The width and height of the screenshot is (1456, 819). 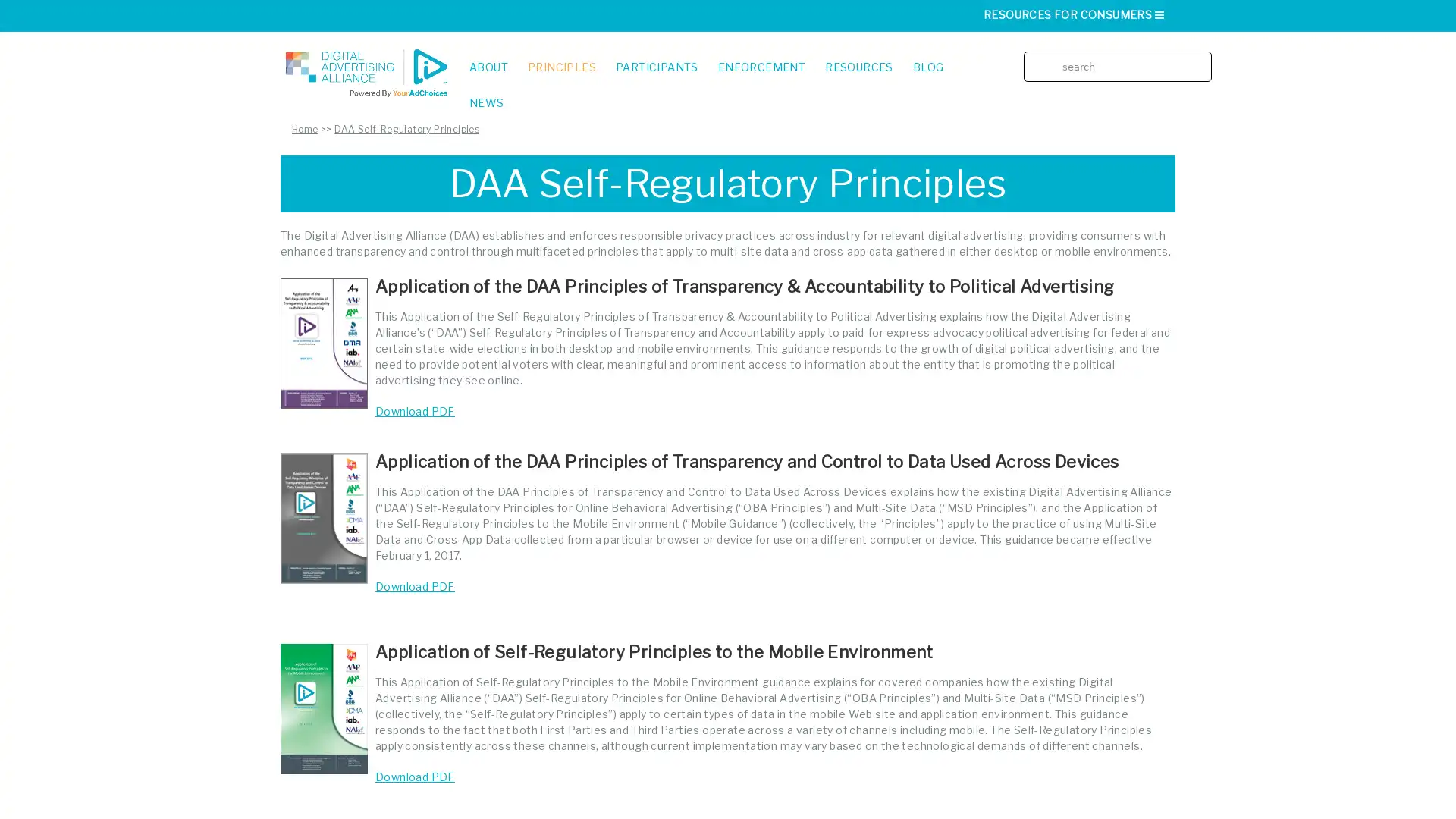 What do you see at coordinates (1074, 14) in the screenshot?
I see `RESOURCES FOR CONSUMERS` at bounding box center [1074, 14].